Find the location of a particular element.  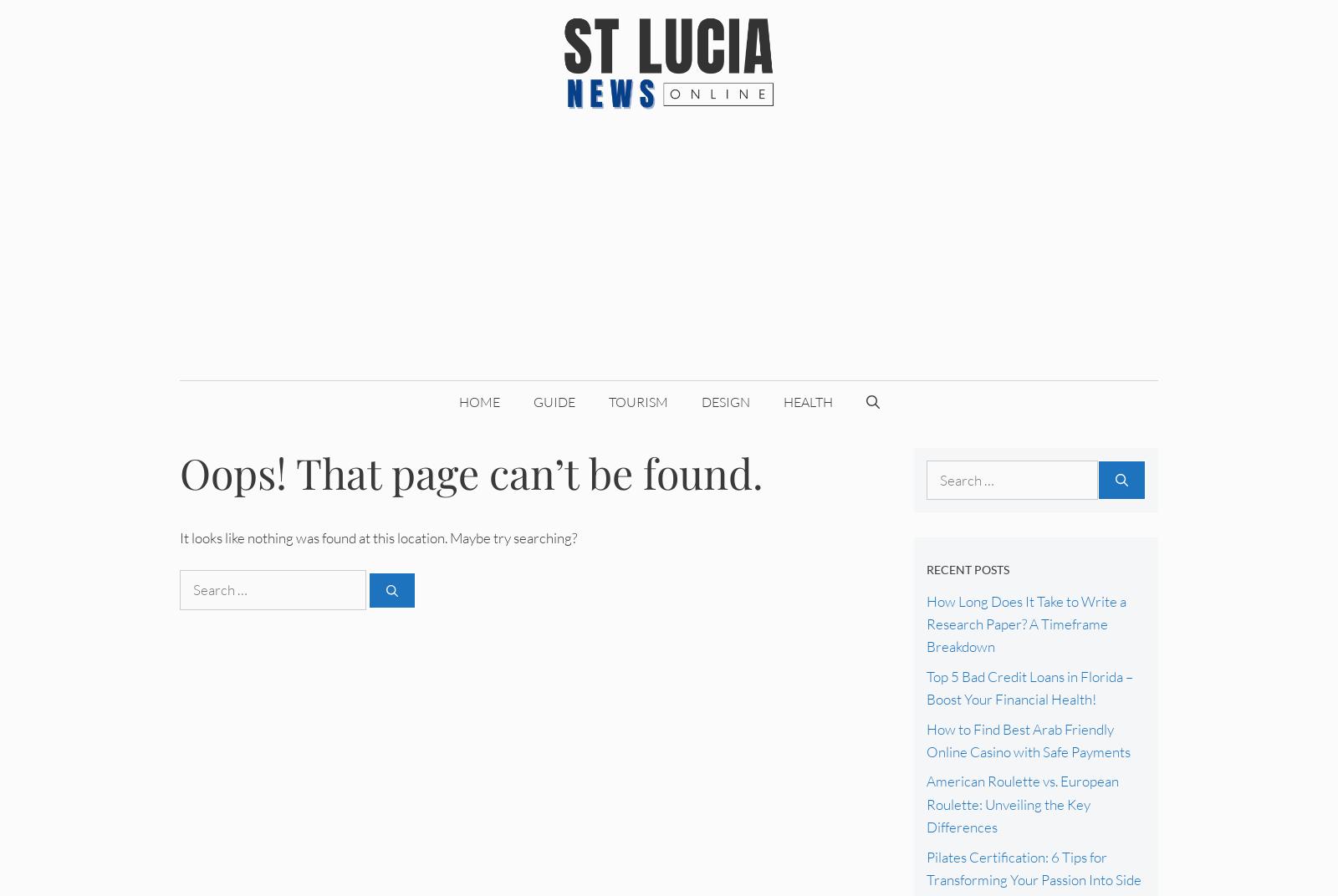

'Health' is located at coordinates (782, 401).